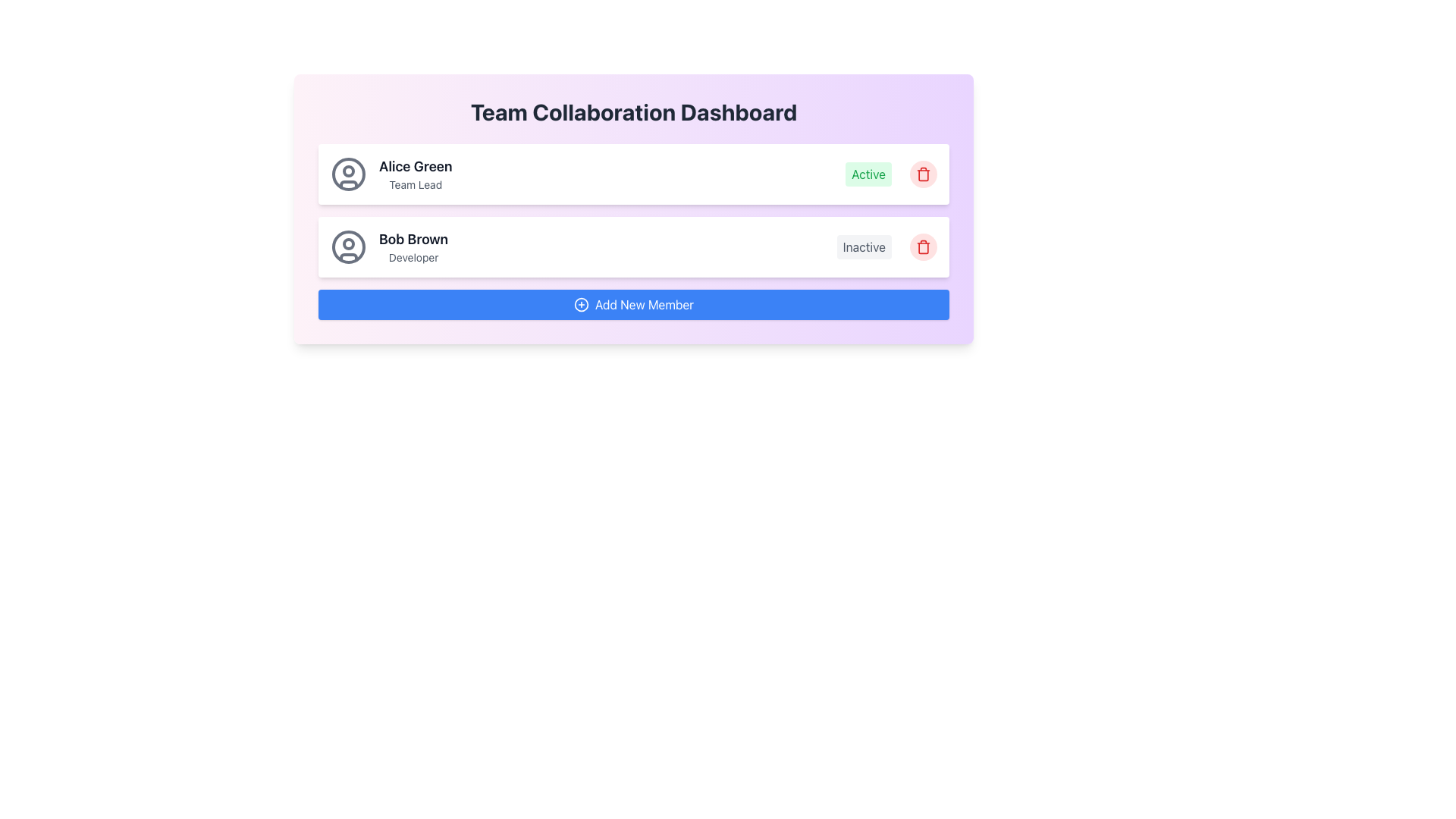 The height and width of the screenshot is (819, 1456). What do you see at coordinates (923, 174) in the screenshot?
I see `the delete button located in the upper row of the user status list, positioned to the far-right side next to the 'Active' label` at bounding box center [923, 174].